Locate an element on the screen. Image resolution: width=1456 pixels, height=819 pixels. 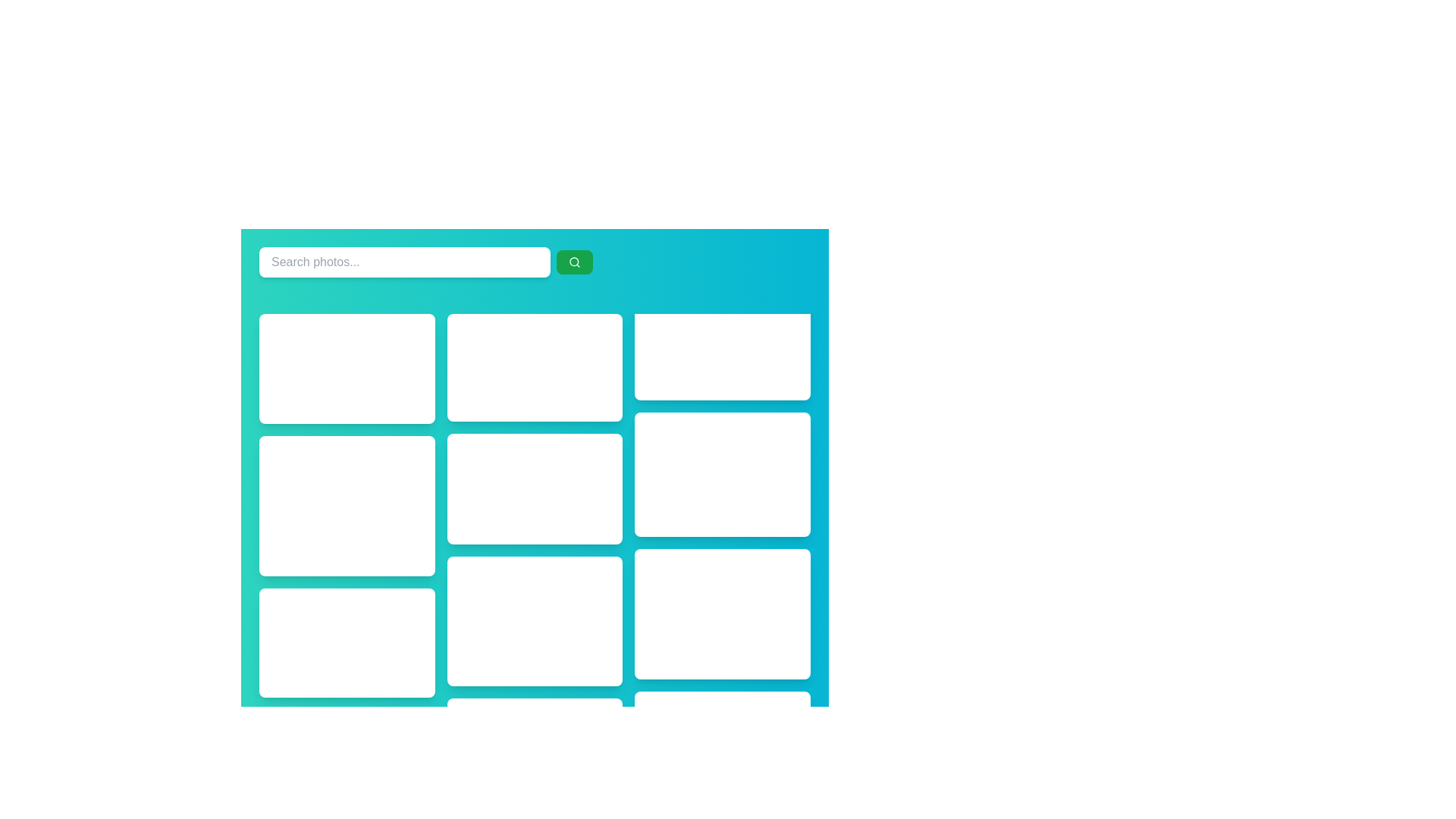
the bold, white text label displaying 'Photo 3', which is centrally positioned in the bottom-left cell of a grid layout is located at coordinates (346, 642).